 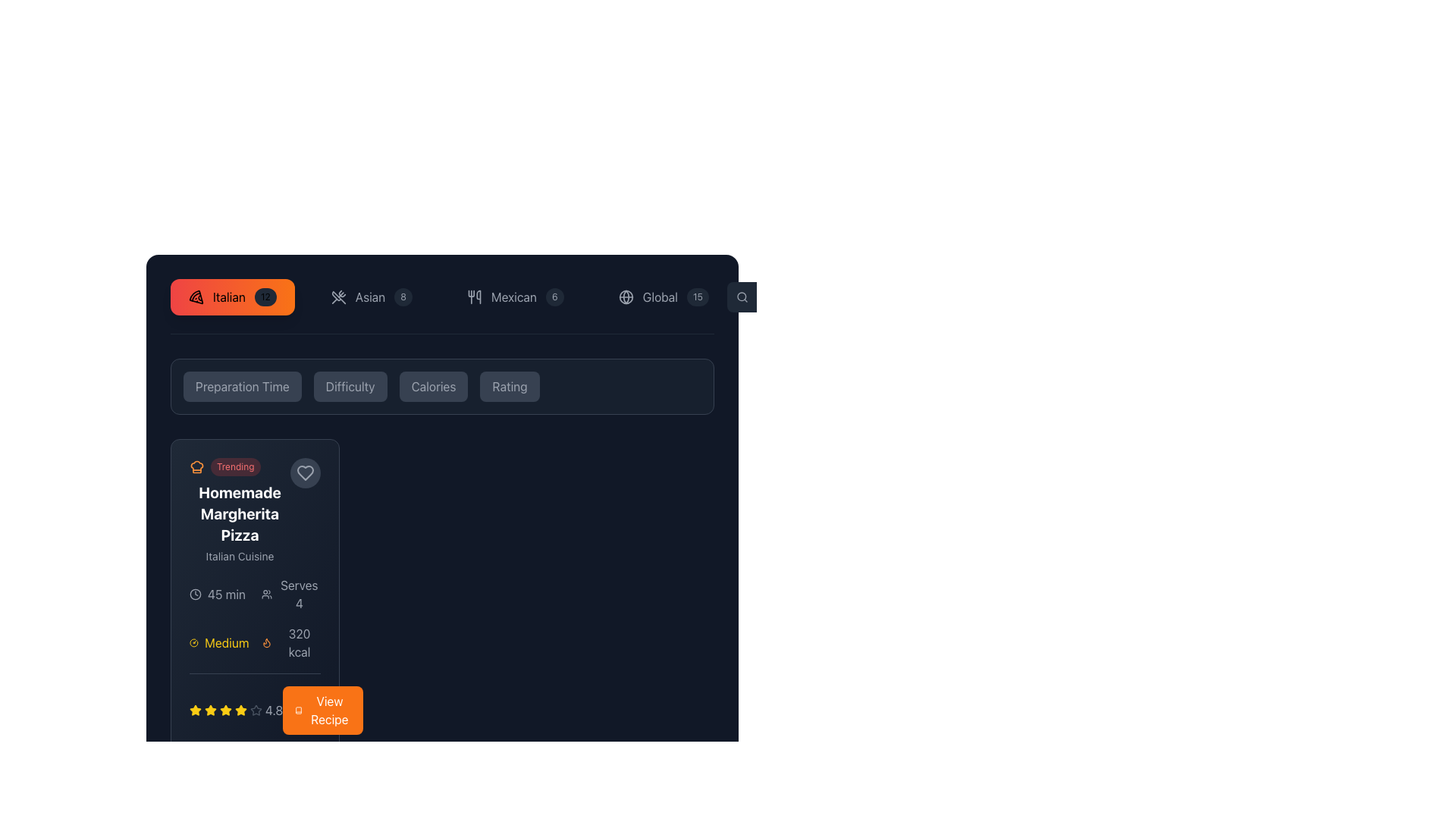 What do you see at coordinates (266, 593) in the screenshot?
I see `the SVG icon representing a group of people located to the left of the text 'Serves 4'` at bounding box center [266, 593].